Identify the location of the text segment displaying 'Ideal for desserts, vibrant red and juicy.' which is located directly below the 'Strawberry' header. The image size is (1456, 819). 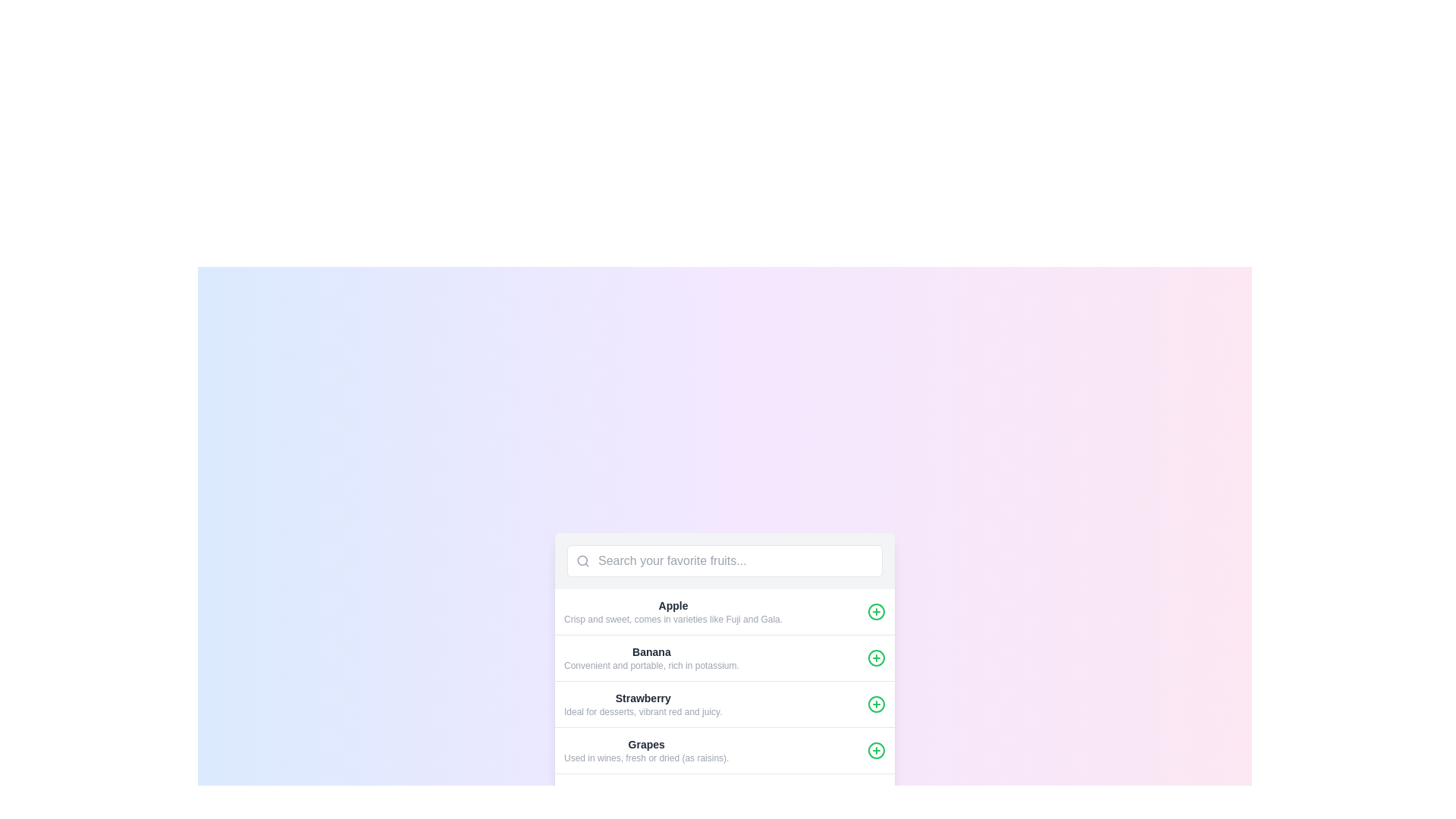
(643, 711).